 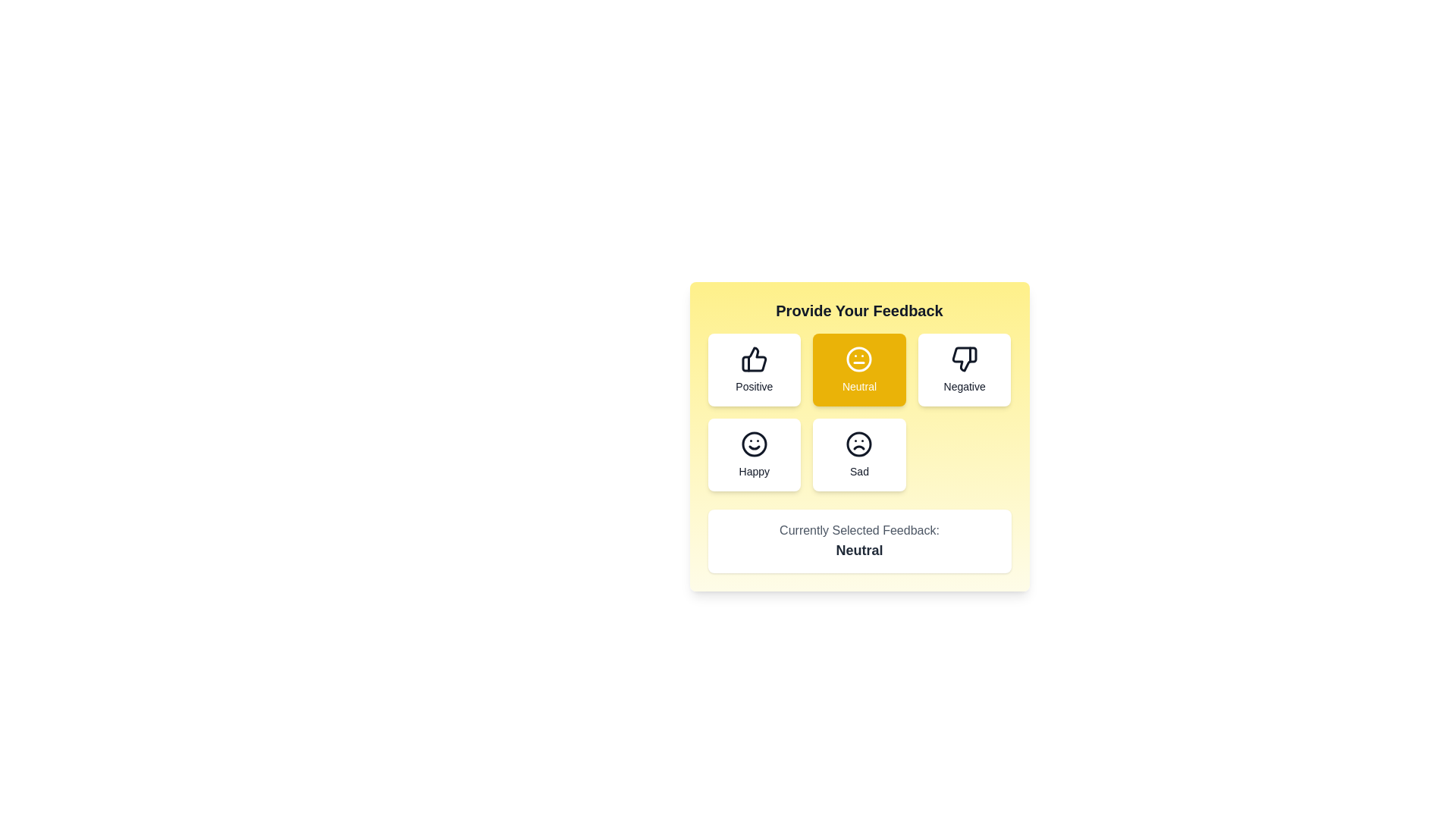 I want to click on the feedback option Neutral by clicking on its button, so click(x=859, y=370).